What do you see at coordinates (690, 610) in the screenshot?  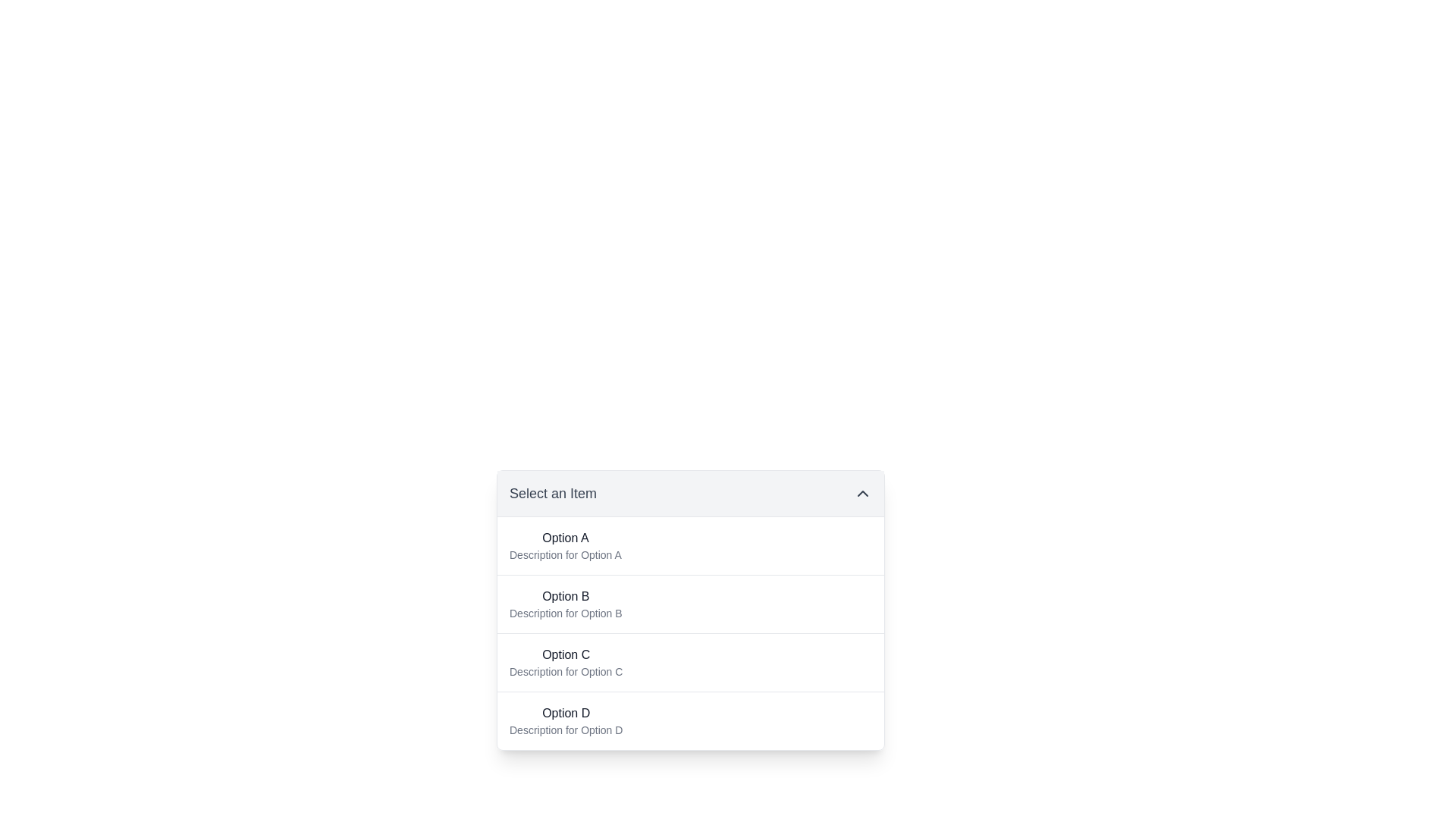 I see `the dropdown option labeled 'Option B' with the subtext 'Description for Option B'` at bounding box center [690, 610].